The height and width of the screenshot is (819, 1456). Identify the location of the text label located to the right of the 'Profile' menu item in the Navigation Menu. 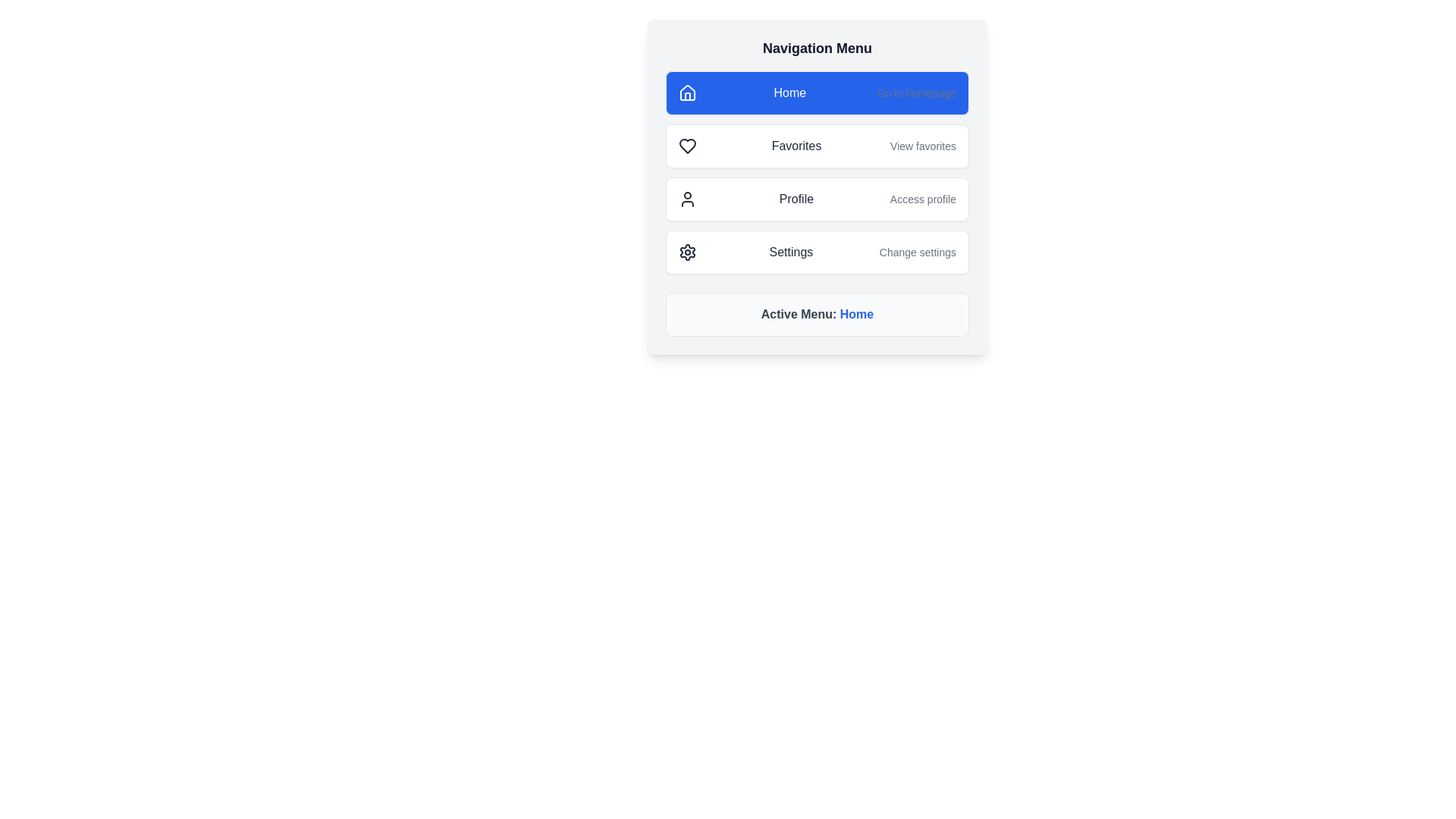
(922, 198).